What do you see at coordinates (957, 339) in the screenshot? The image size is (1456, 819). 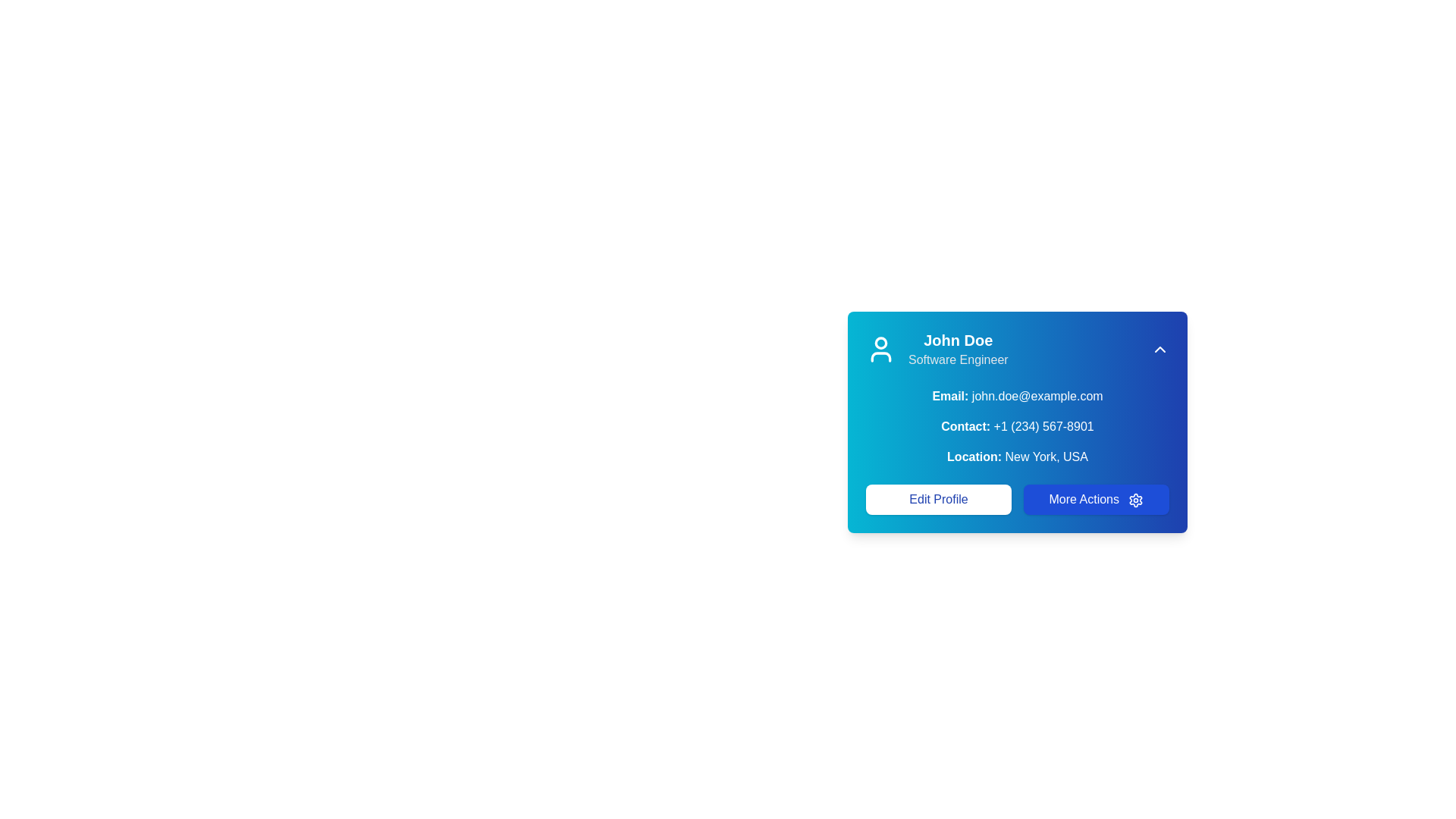 I see `the Text Label displaying the user's name, which is located in the upper section of the profile card, to the right of the circular user icon` at bounding box center [957, 339].